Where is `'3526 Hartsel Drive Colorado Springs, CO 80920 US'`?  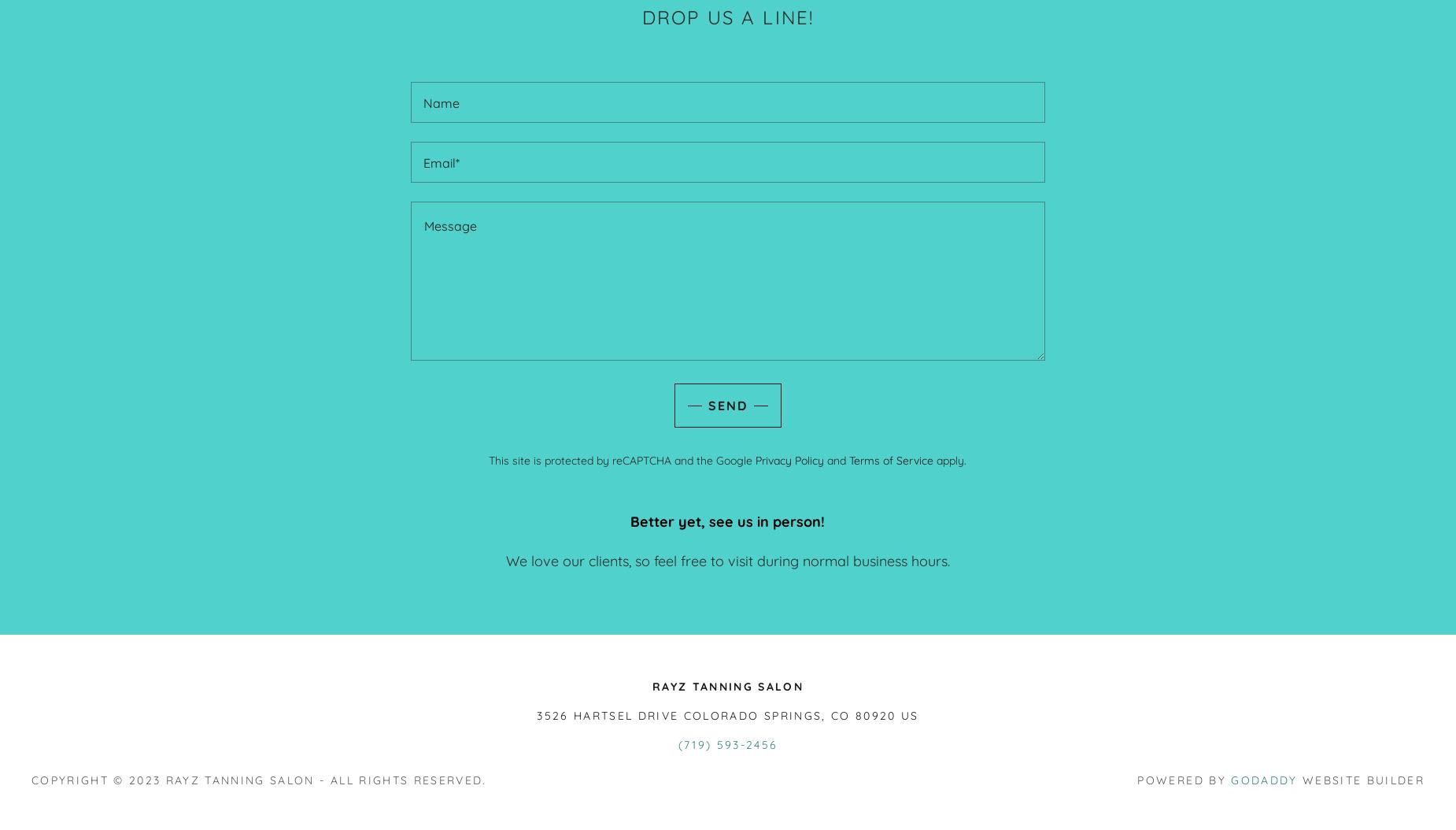 '3526 Hartsel Drive Colorado Springs, CO 80920 US' is located at coordinates (536, 714).